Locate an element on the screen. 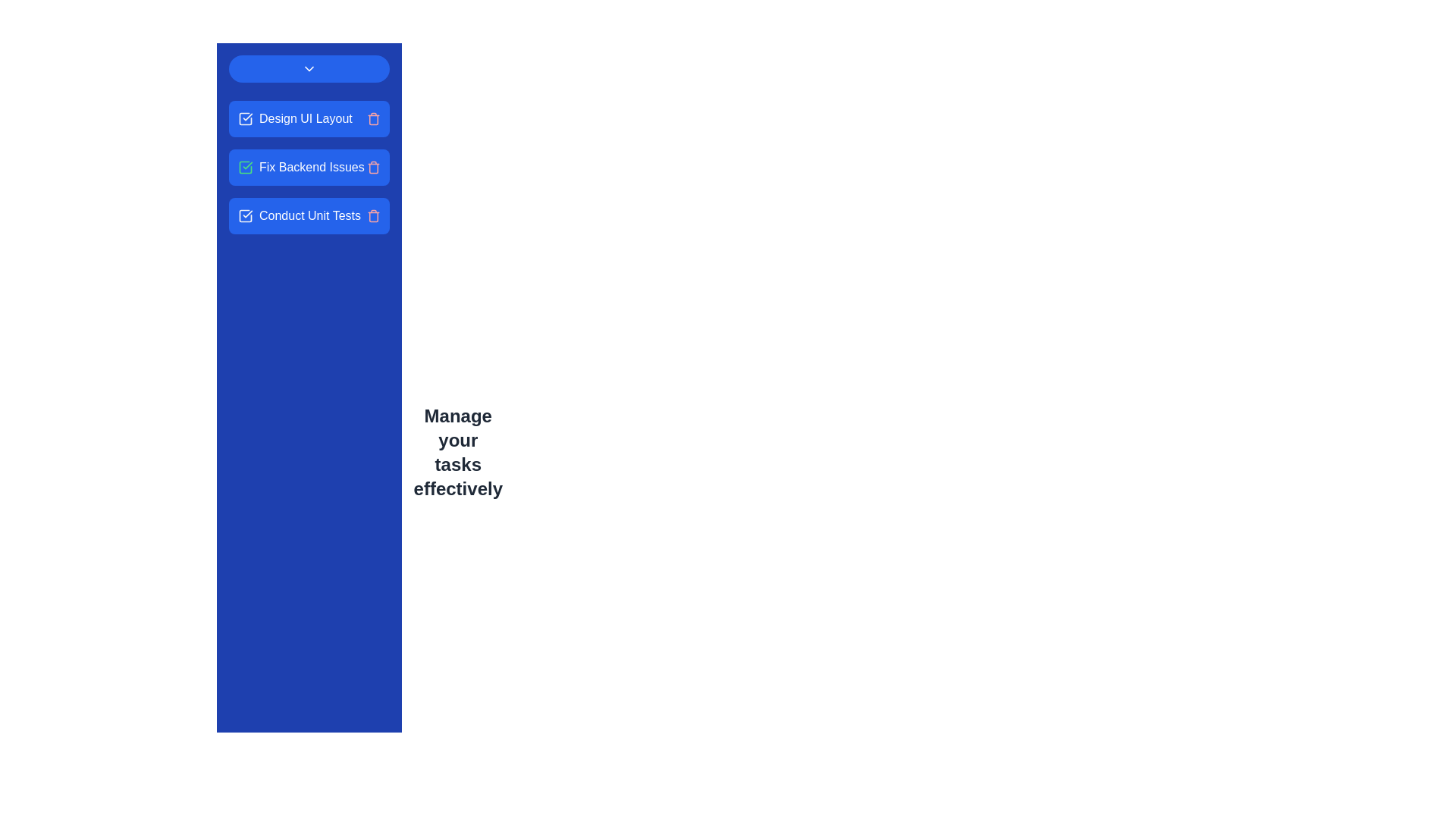 This screenshot has width=1456, height=819. the delete button located is located at coordinates (373, 216).